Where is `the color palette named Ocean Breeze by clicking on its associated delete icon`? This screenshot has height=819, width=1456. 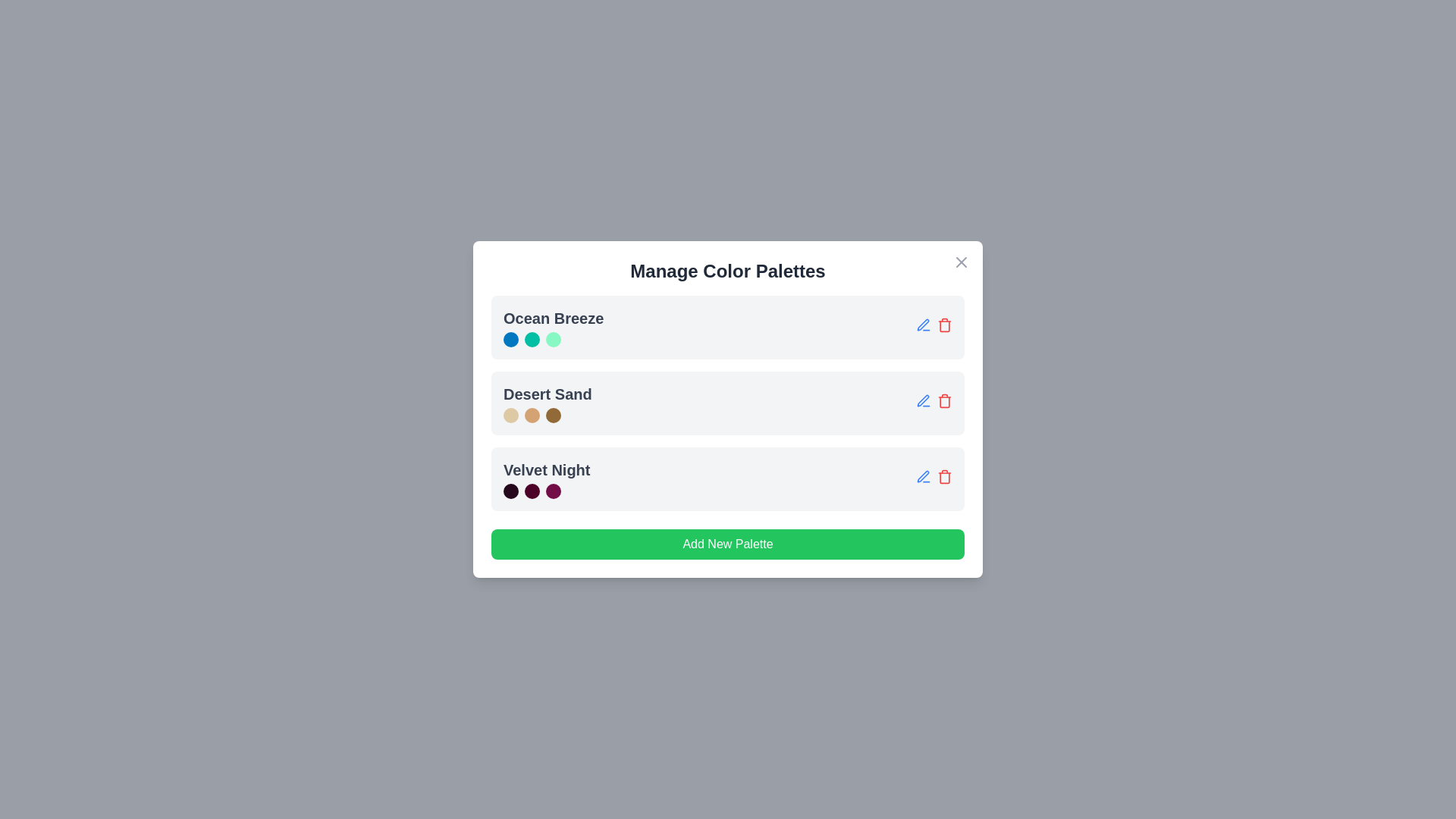 the color palette named Ocean Breeze by clicking on its associated delete icon is located at coordinates (944, 324).